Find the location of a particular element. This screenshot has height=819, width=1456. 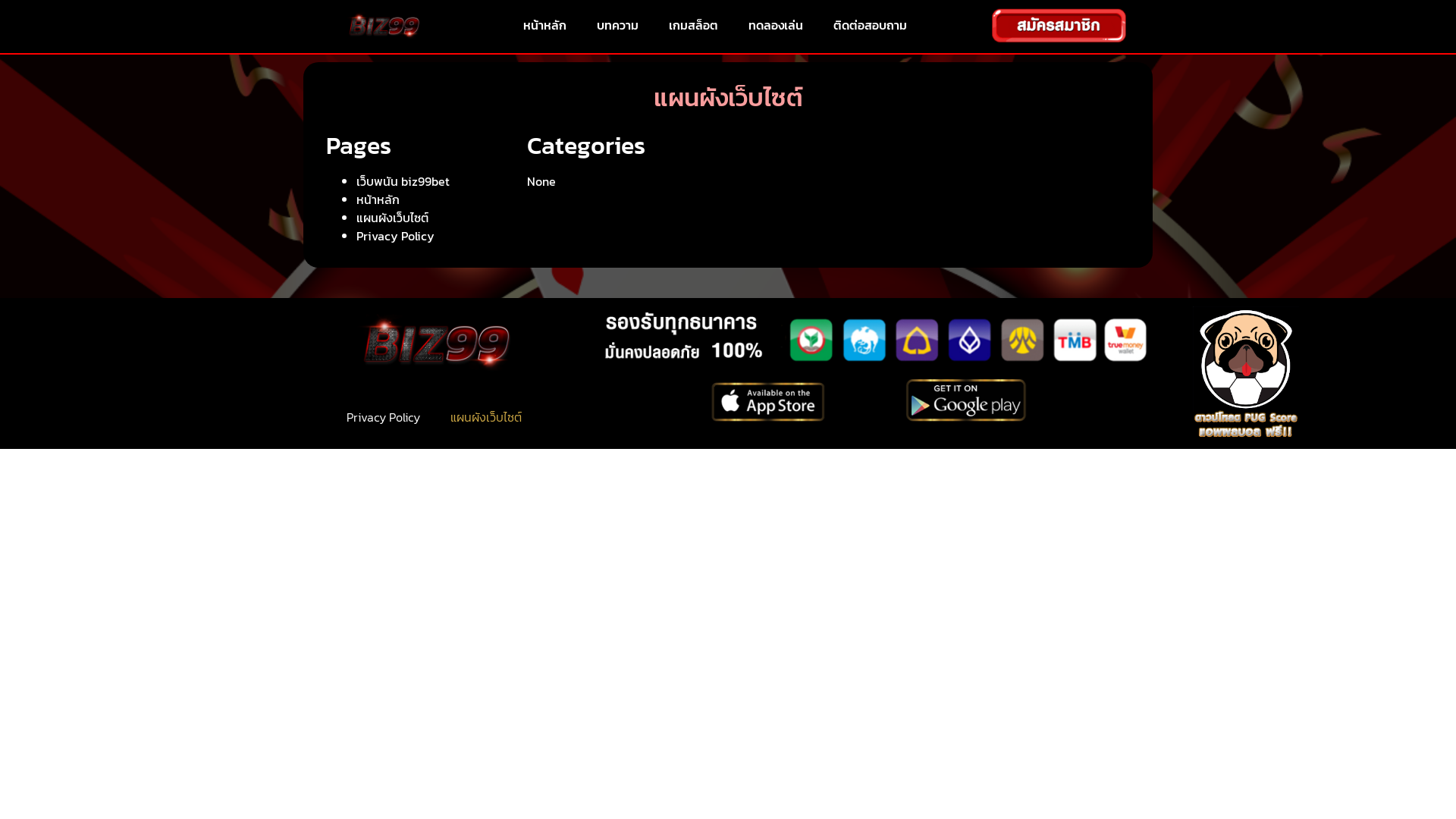

'Privacy Policy' is located at coordinates (330, 417).